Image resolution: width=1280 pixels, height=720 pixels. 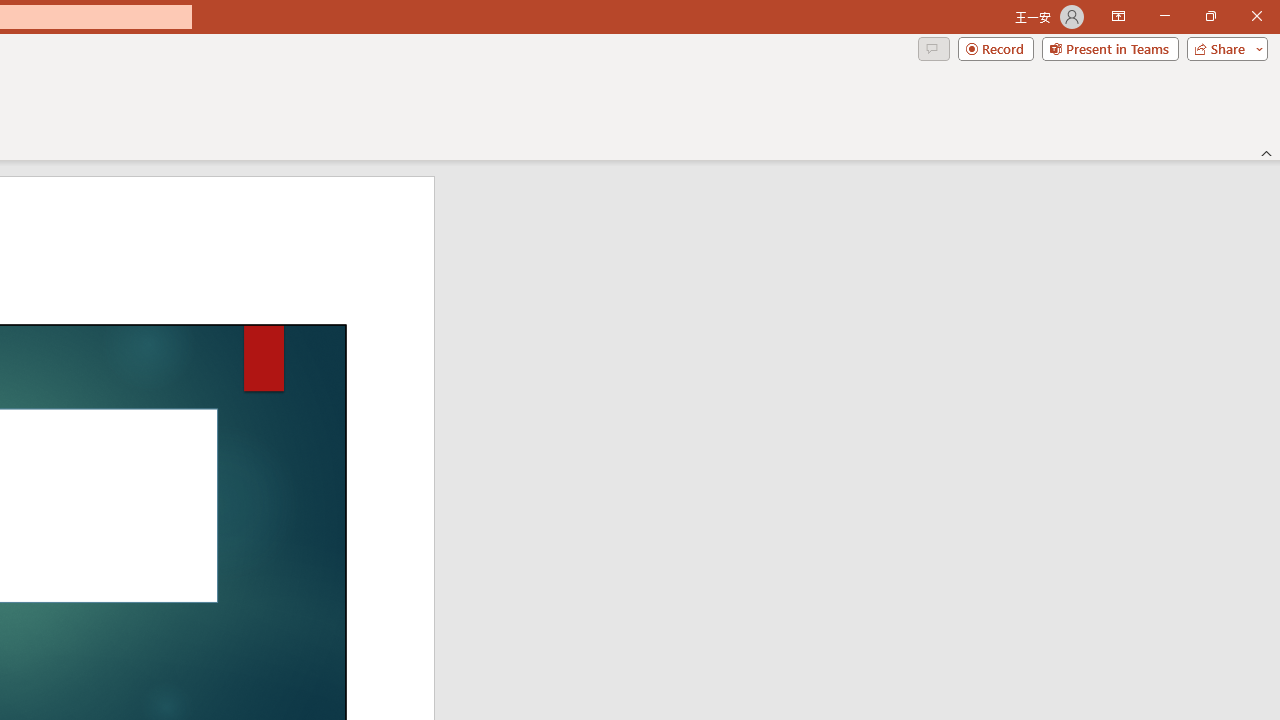 What do you see at coordinates (1209, 16) in the screenshot?
I see `'Restore Down'` at bounding box center [1209, 16].